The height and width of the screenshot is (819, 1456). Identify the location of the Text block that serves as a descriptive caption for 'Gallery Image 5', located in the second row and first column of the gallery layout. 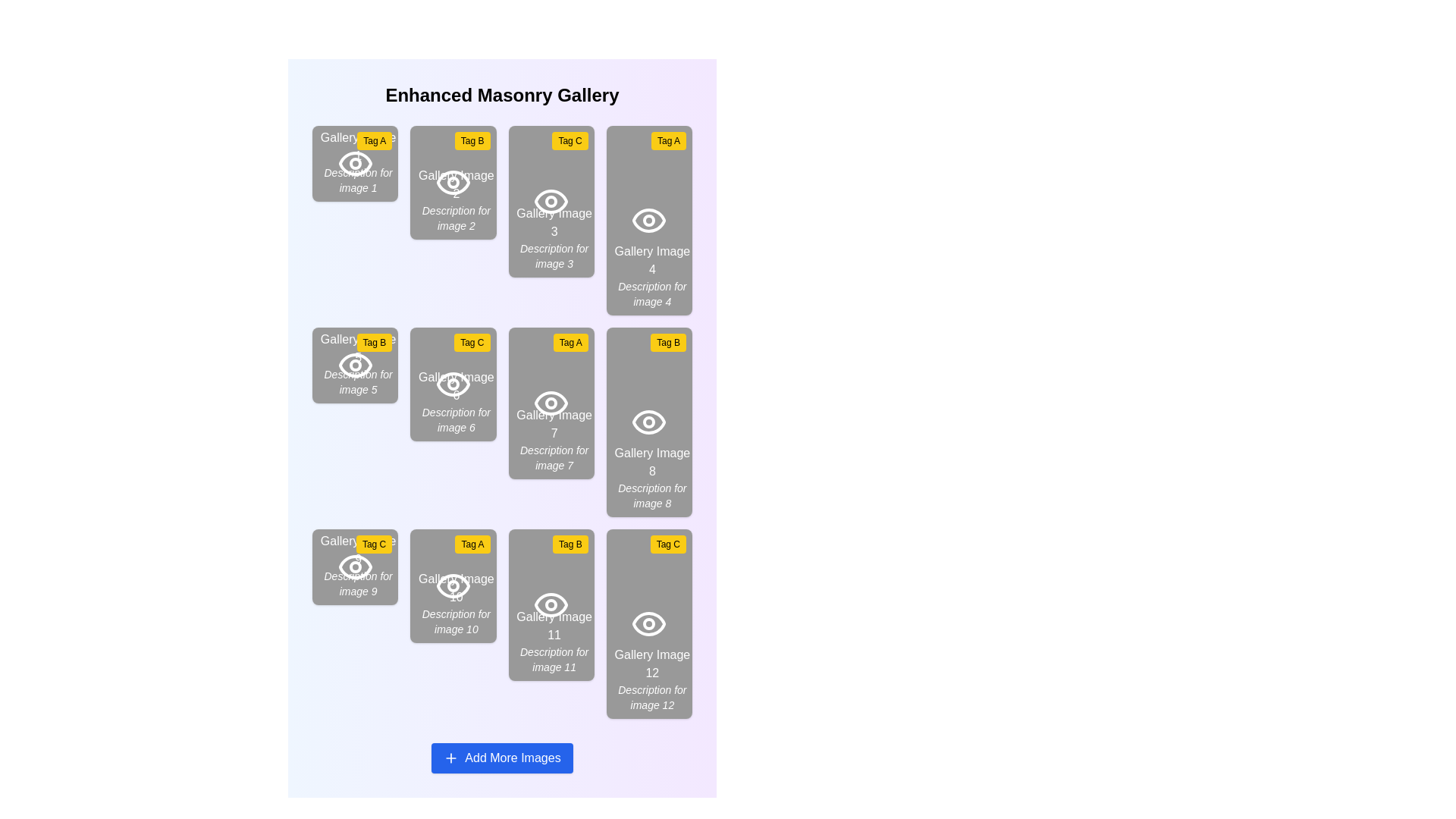
(357, 363).